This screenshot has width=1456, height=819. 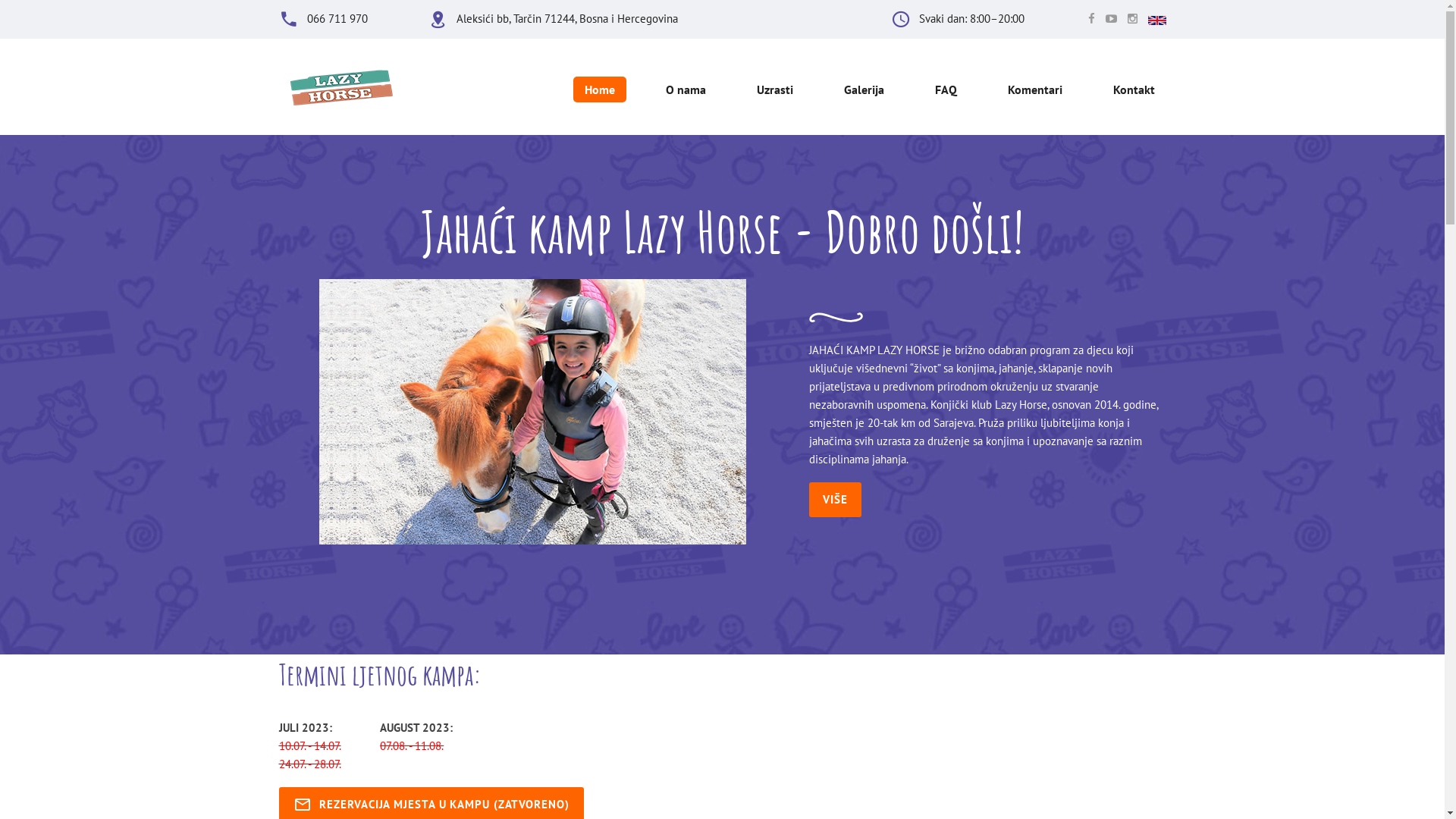 What do you see at coordinates (336, 18) in the screenshot?
I see `'066 711 970'` at bounding box center [336, 18].